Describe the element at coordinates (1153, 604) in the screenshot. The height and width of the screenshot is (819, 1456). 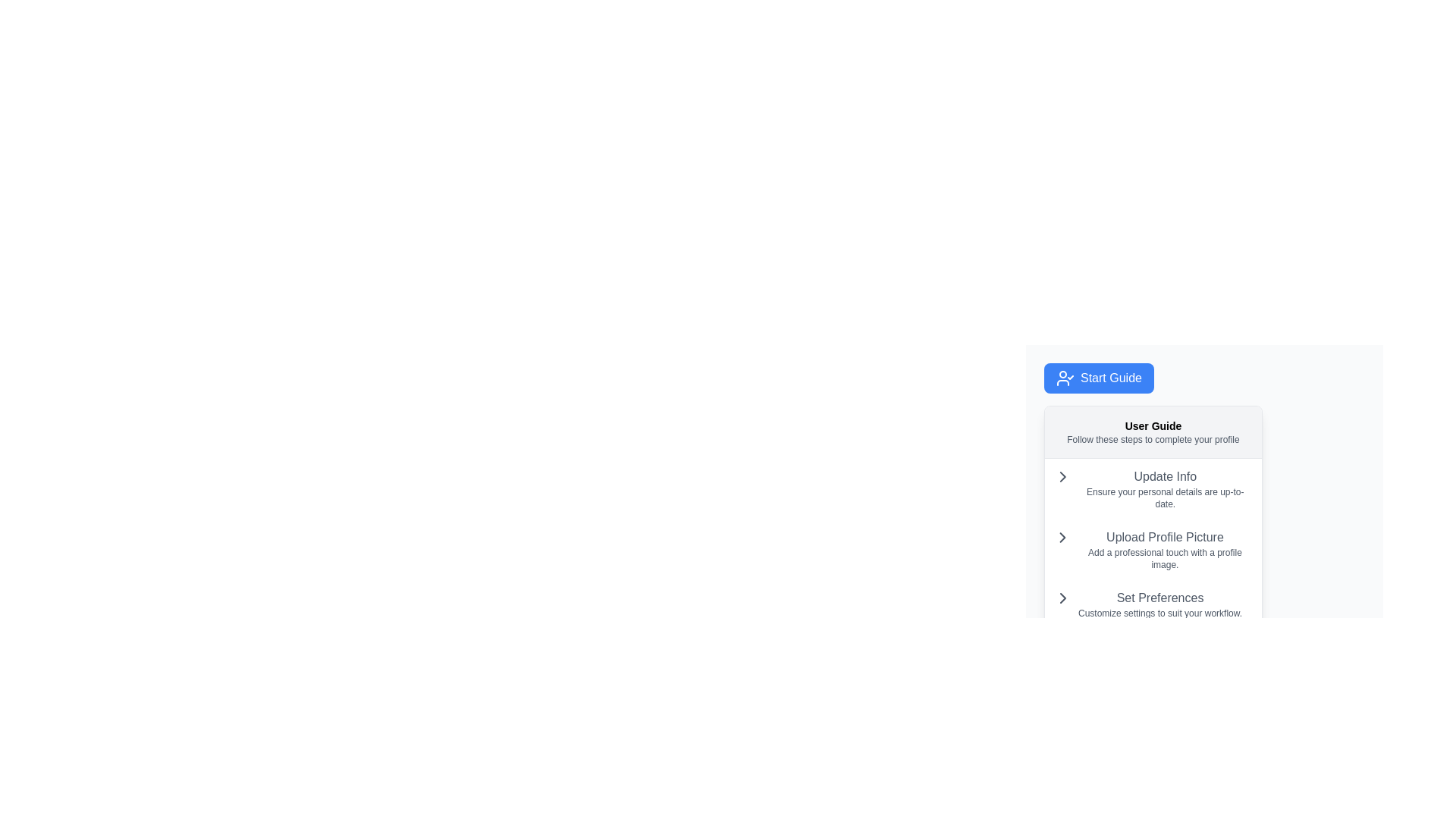
I see `the 'Set Preferences' button, which features a bold header and an arrow icon for navigation, located in the bottom section of the list under 'User Guide'` at that location.